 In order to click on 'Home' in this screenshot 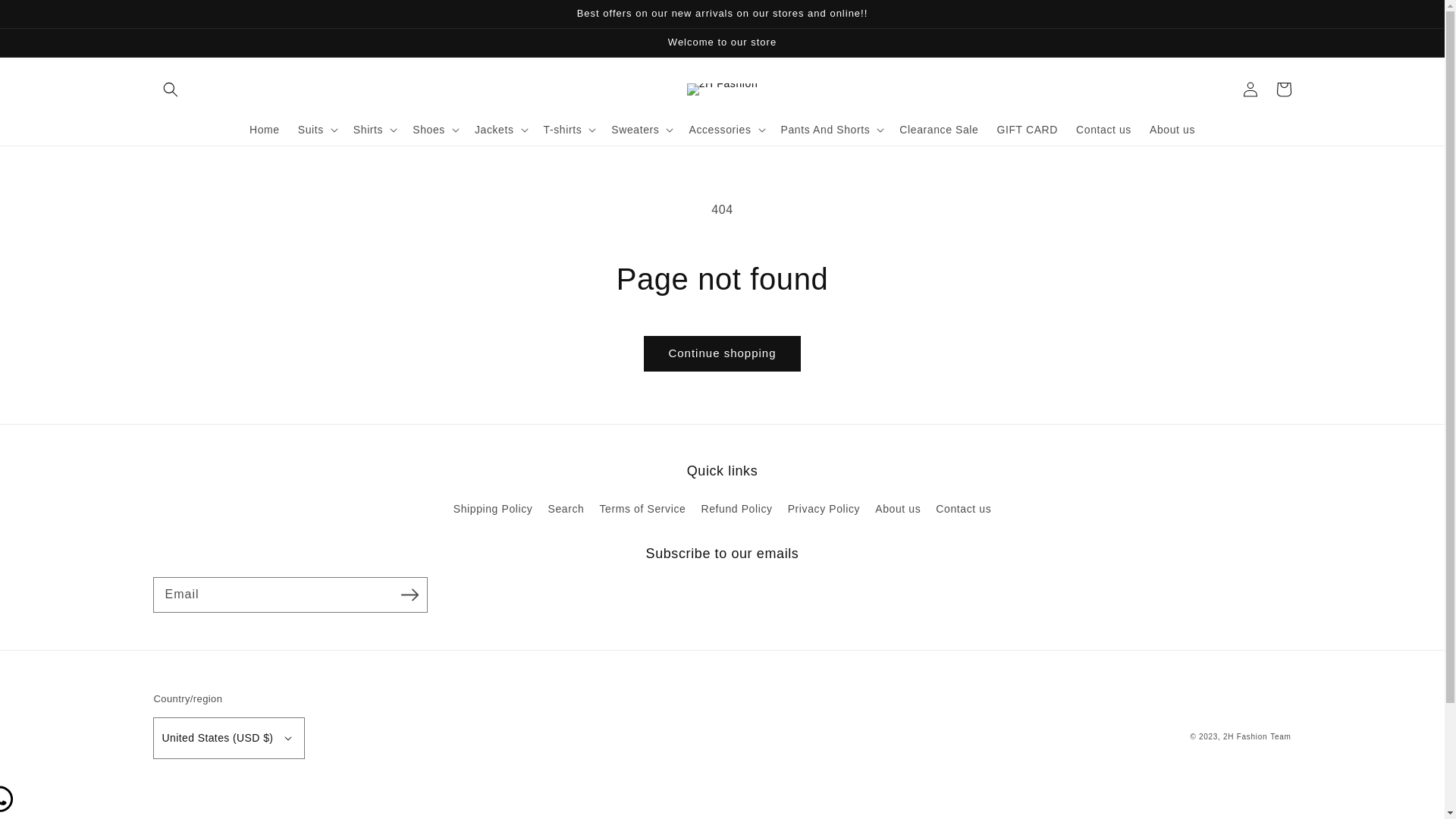, I will do `click(265, 128)`.